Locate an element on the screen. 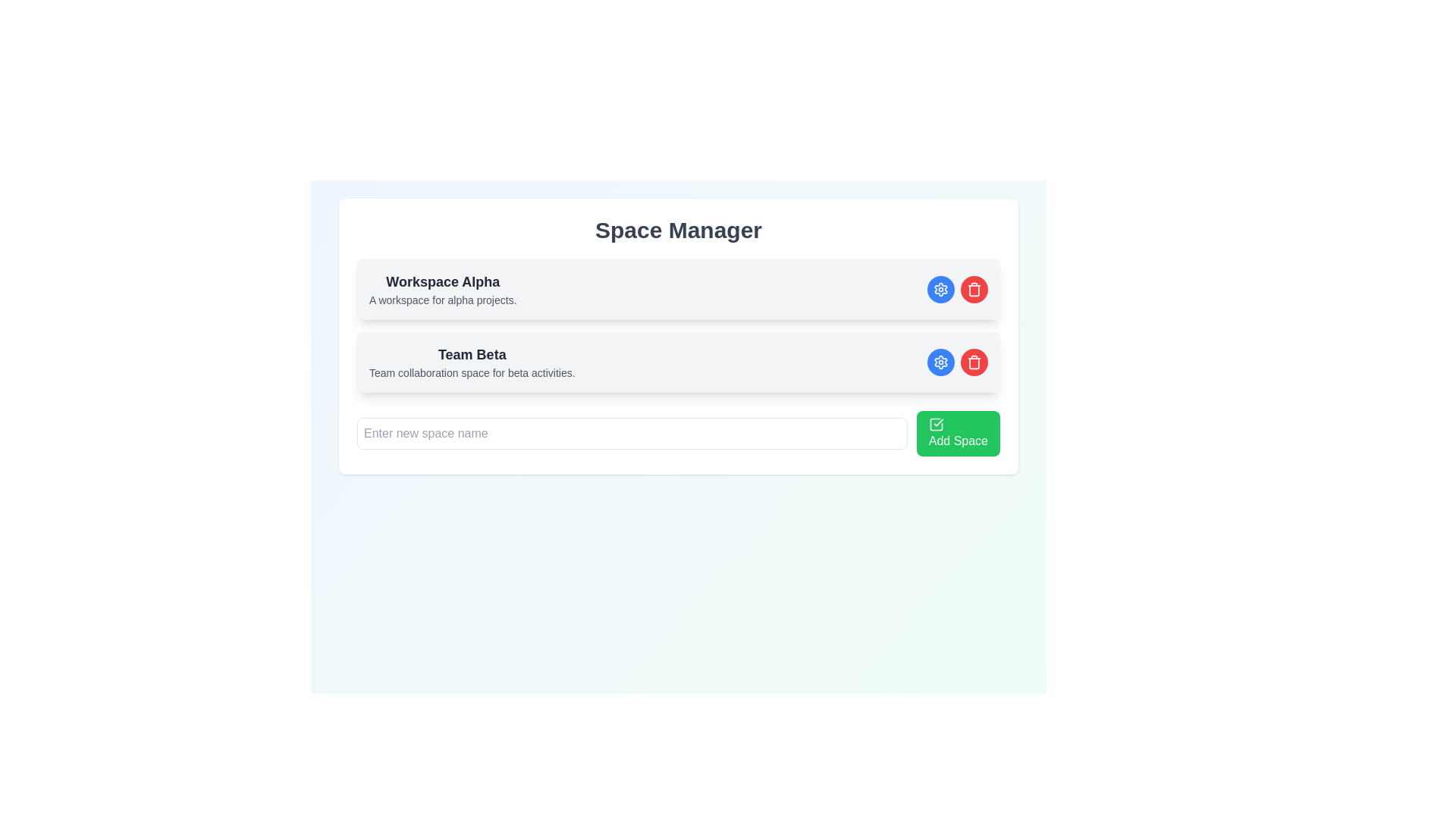  the header text element identified as 'Space Manager' is located at coordinates (677, 231).